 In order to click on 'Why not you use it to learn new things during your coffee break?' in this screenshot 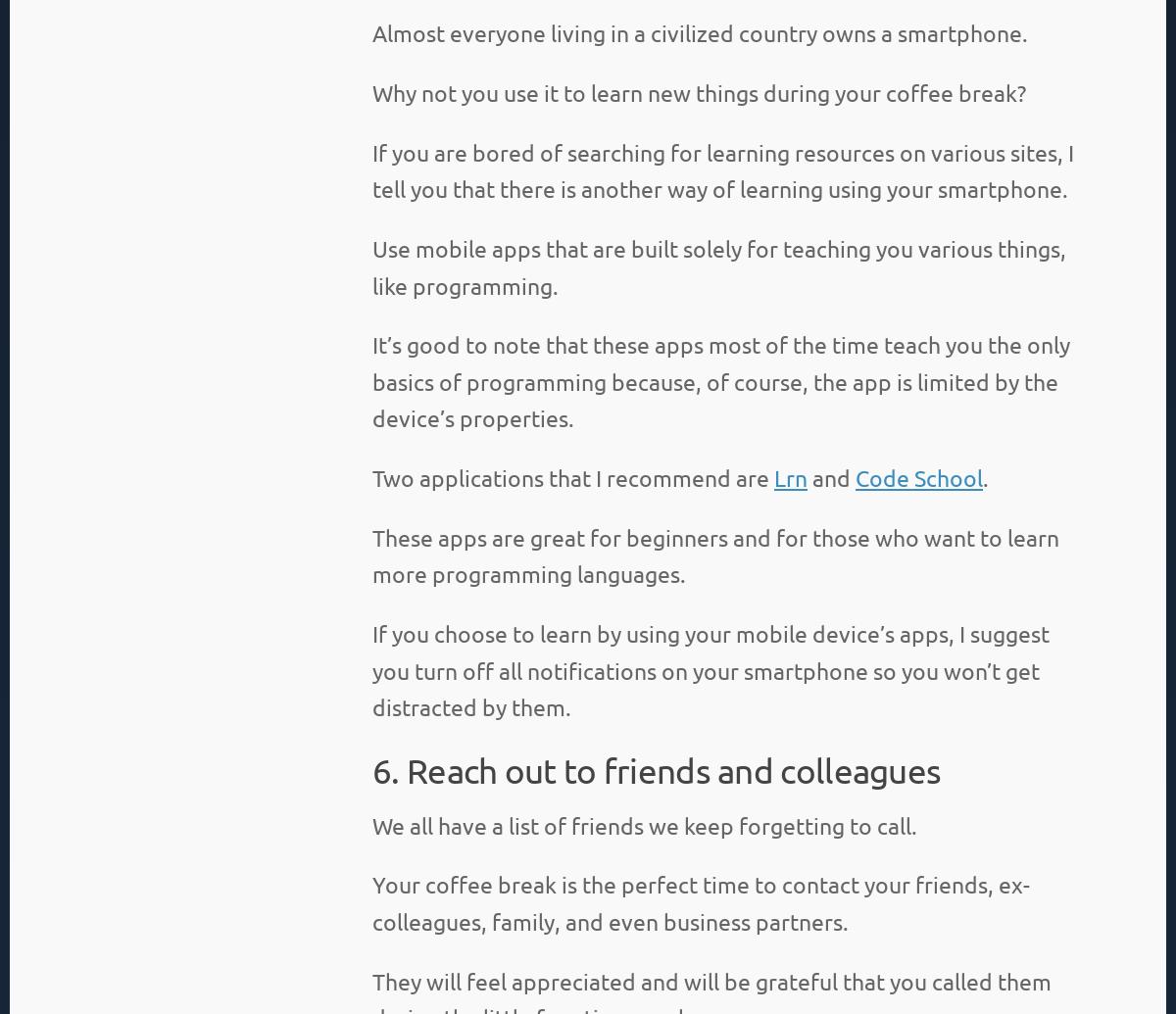, I will do `click(699, 92)`.